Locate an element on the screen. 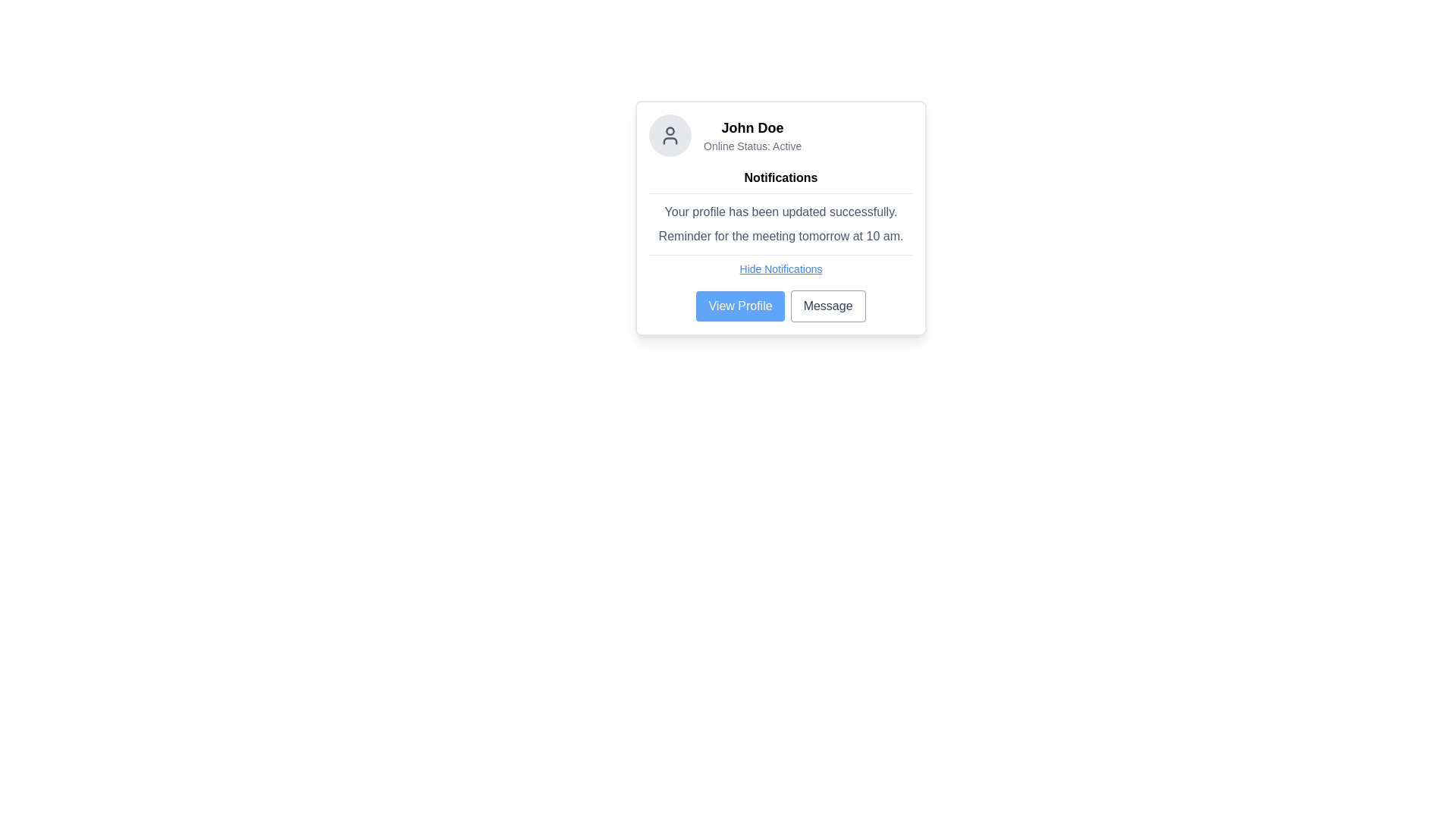 The image size is (1456, 819). the static text heading displaying 'Notifications' which is styled in bold and positioned under the user status details is located at coordinates (781, 177).